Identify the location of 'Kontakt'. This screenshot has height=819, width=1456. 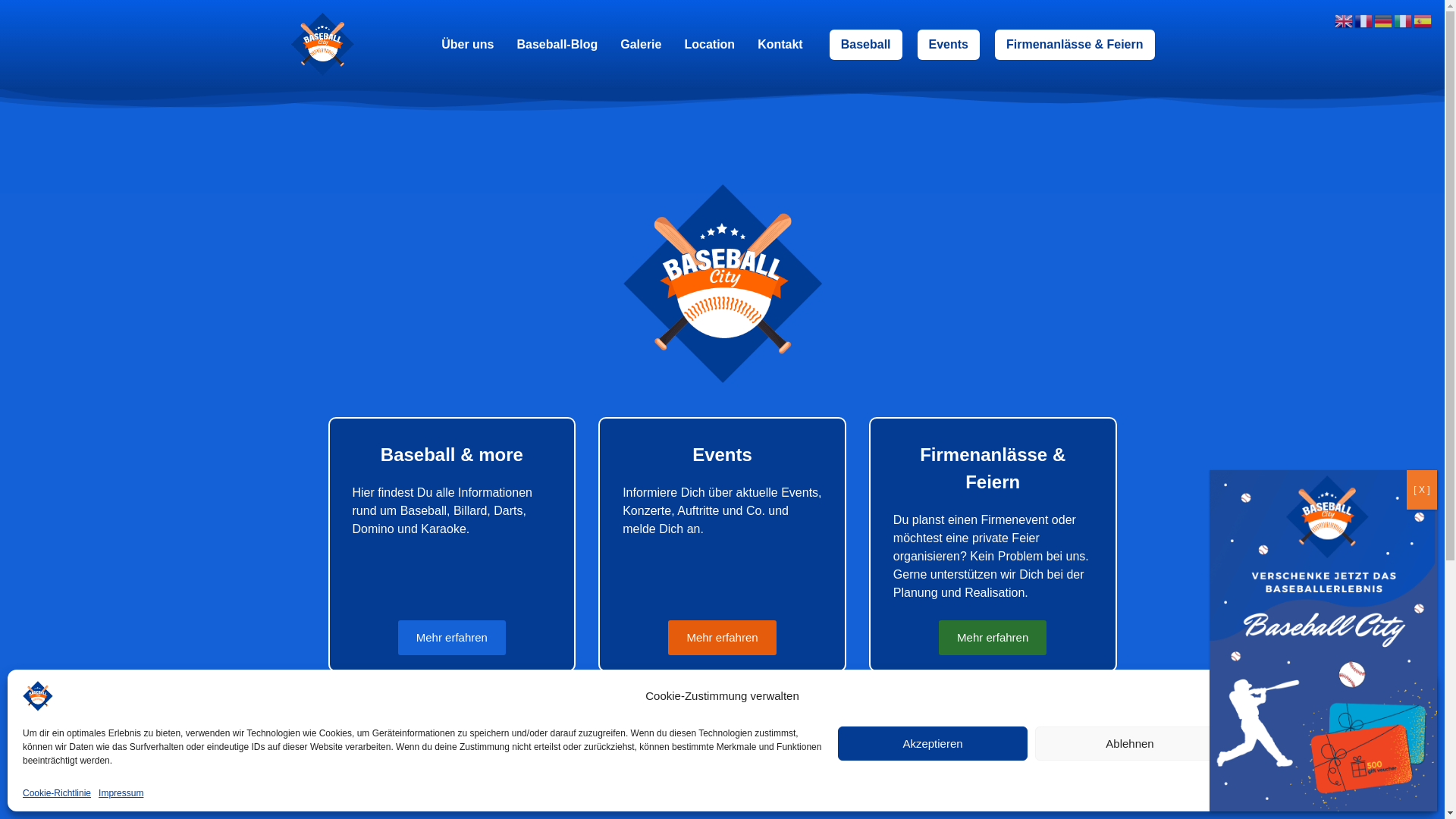
(780, 42).